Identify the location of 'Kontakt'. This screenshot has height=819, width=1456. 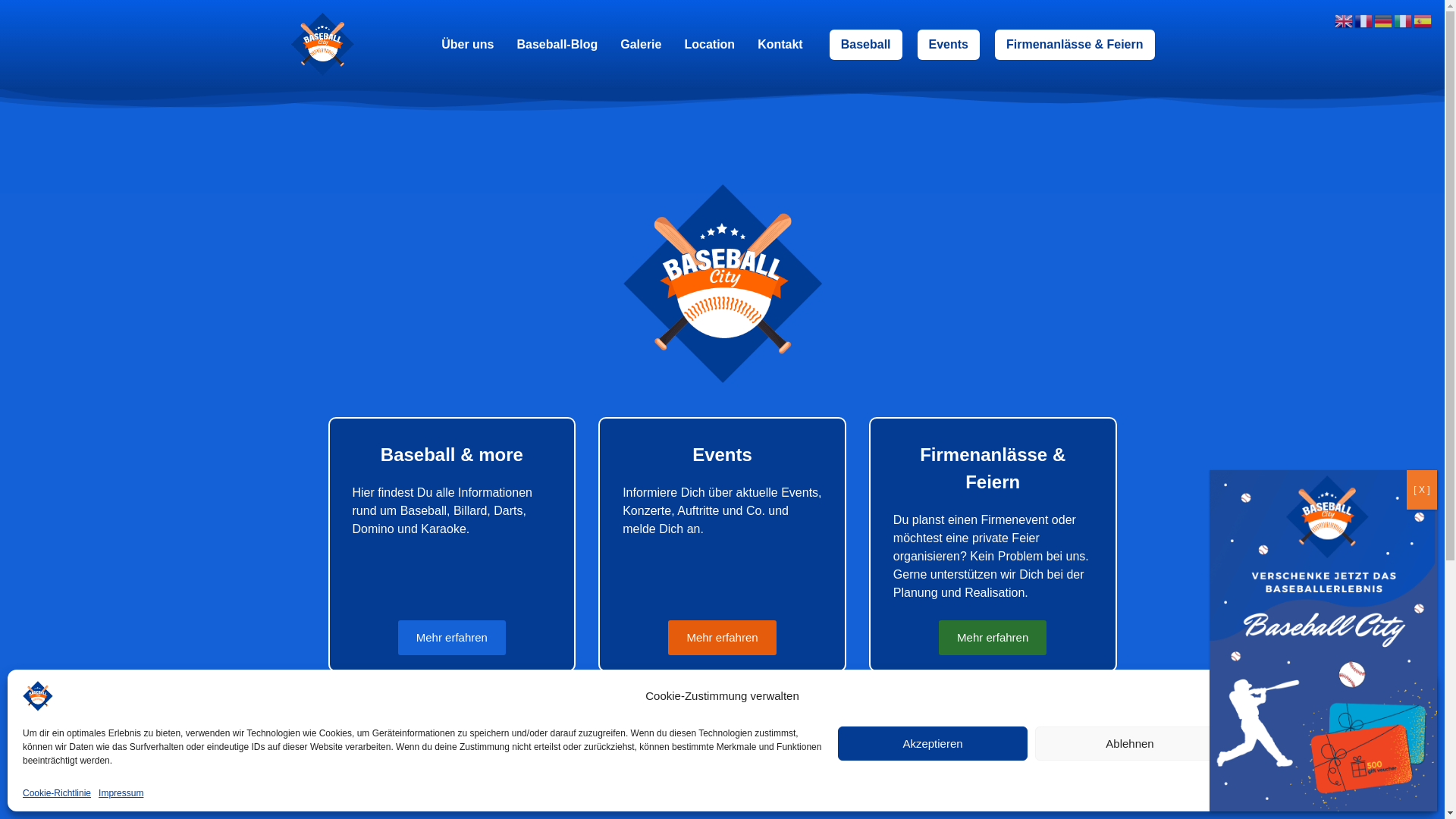
(780, 42).